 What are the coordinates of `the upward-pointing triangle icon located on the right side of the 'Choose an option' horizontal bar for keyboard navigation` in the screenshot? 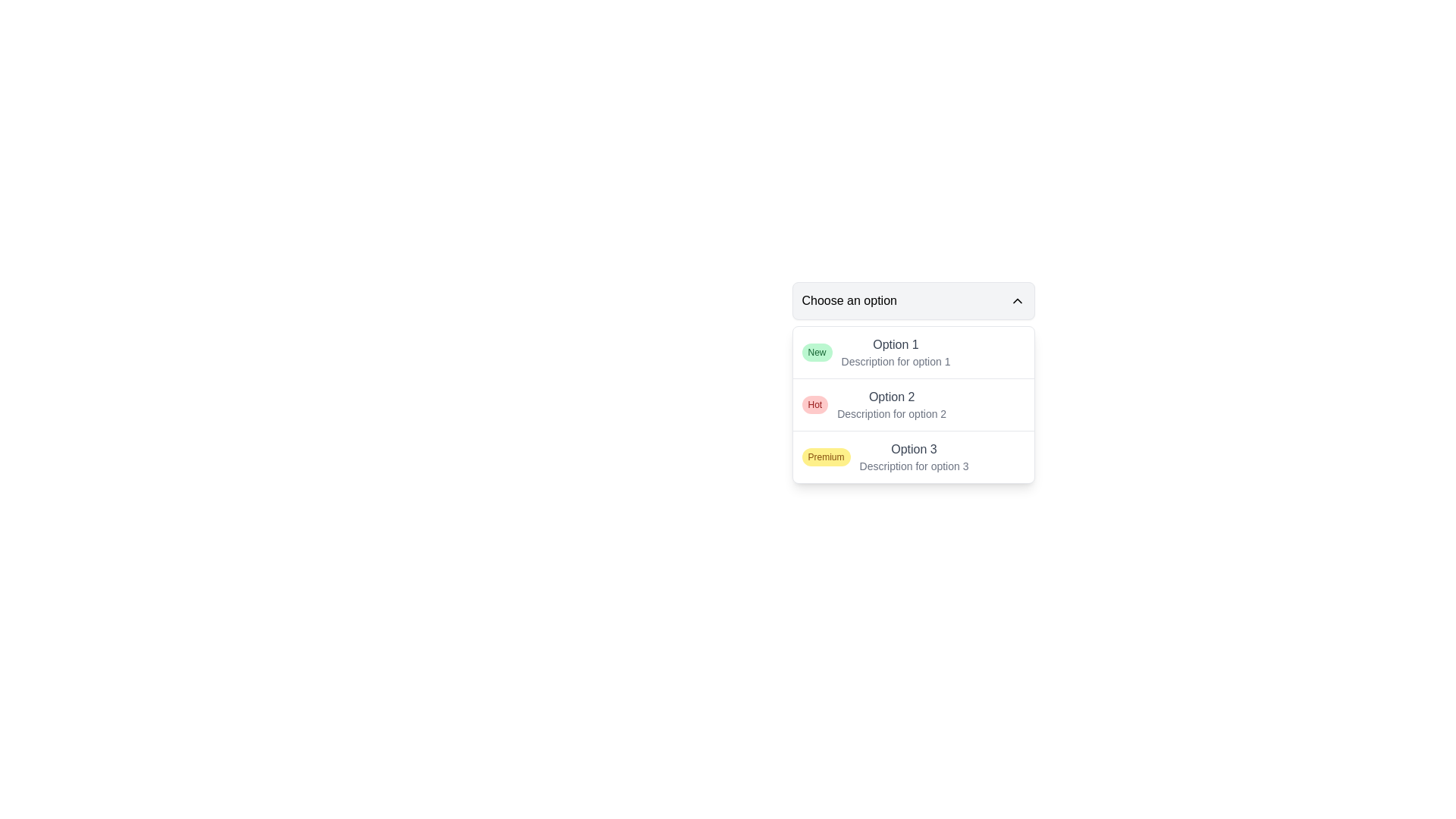 It's located at (1017, 301).